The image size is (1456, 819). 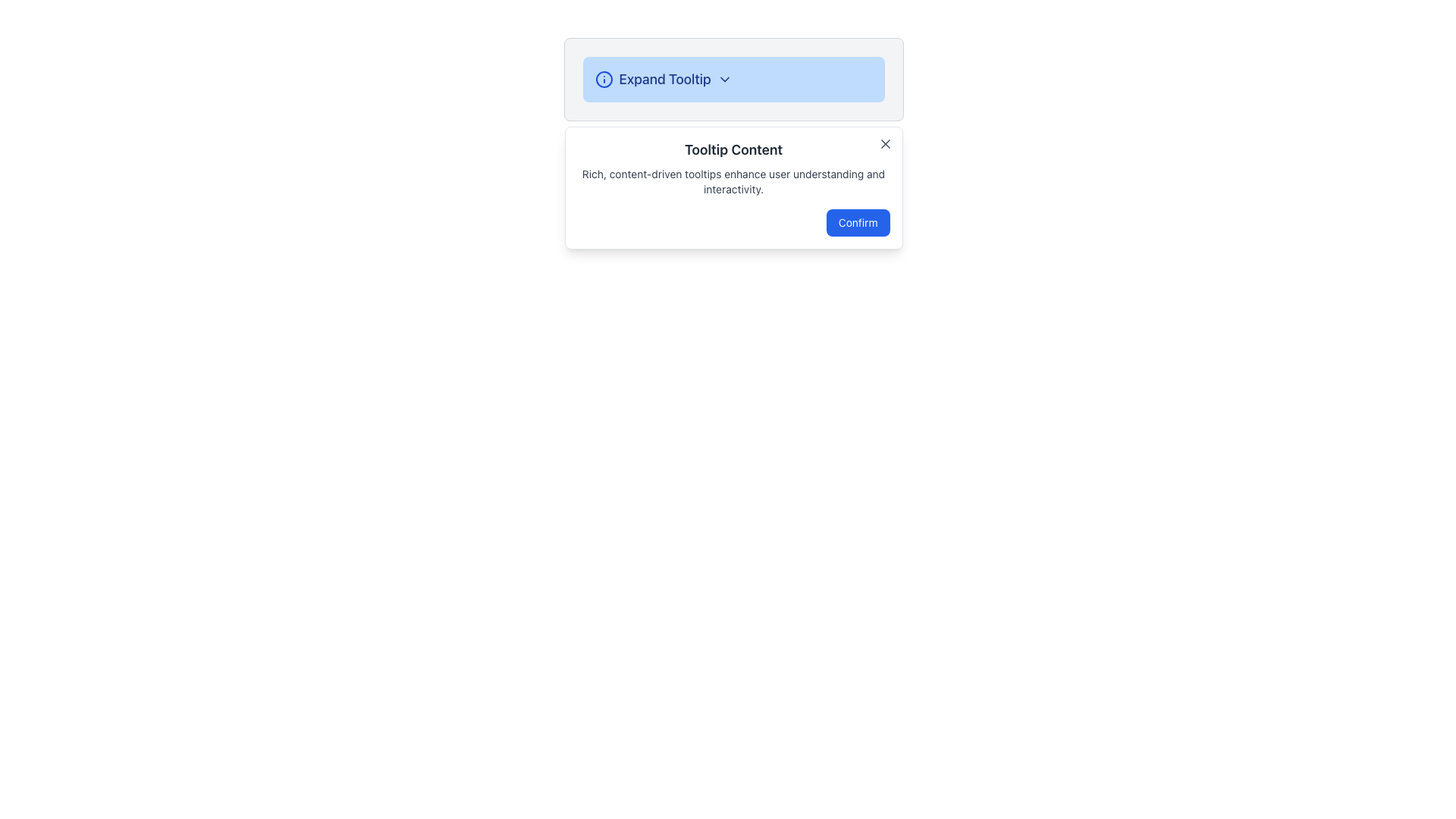 What do you see at coordinates (733, 79) in the screenshot?
I see `the button that expands or collapses tooltip content for accessibility purposes` at bounding box center [733, 79].